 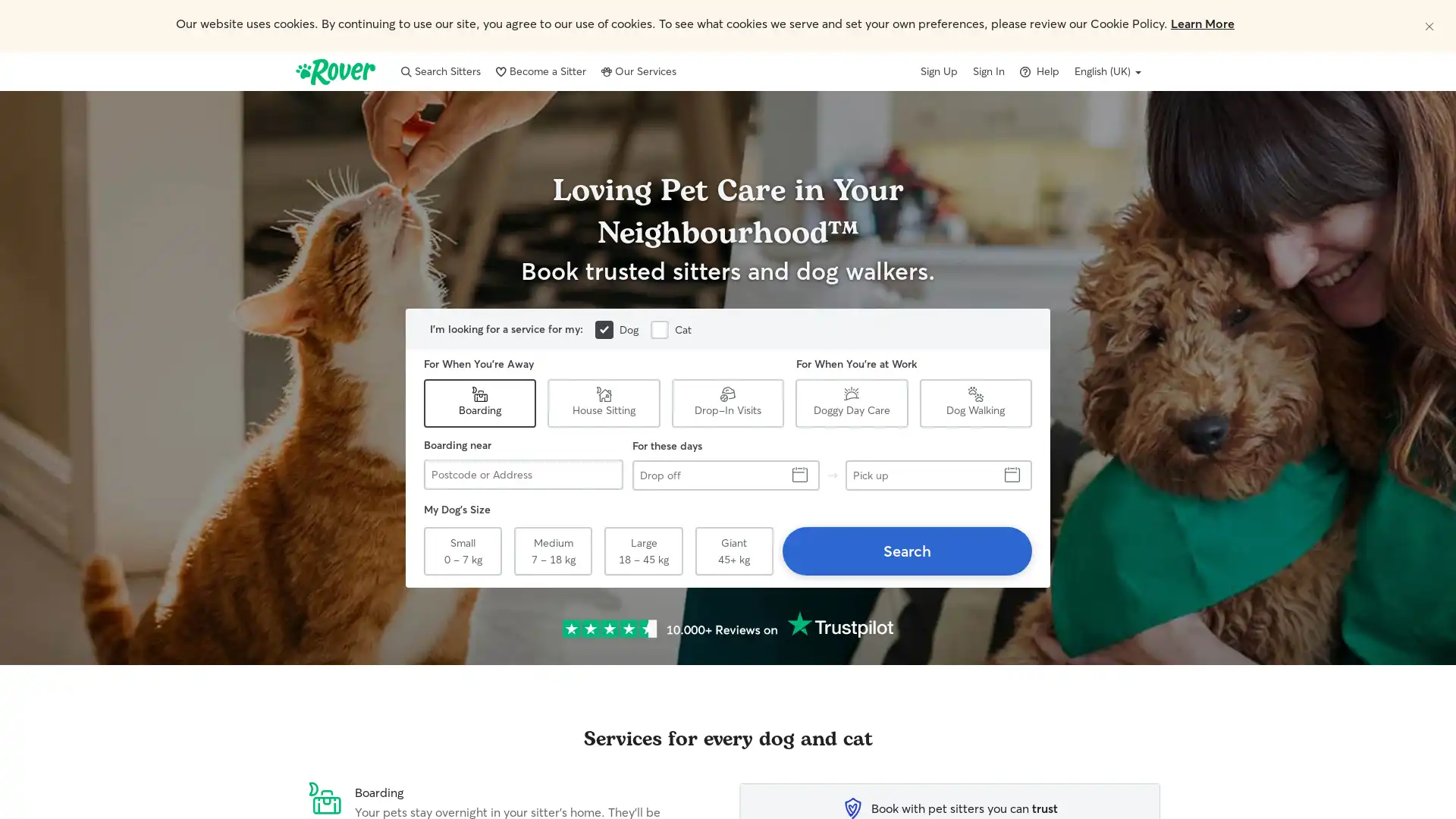 What do you see at coordinates (1429, 26) in the screenshot?
I see `Close alert` at bounding box center [1429, 26].